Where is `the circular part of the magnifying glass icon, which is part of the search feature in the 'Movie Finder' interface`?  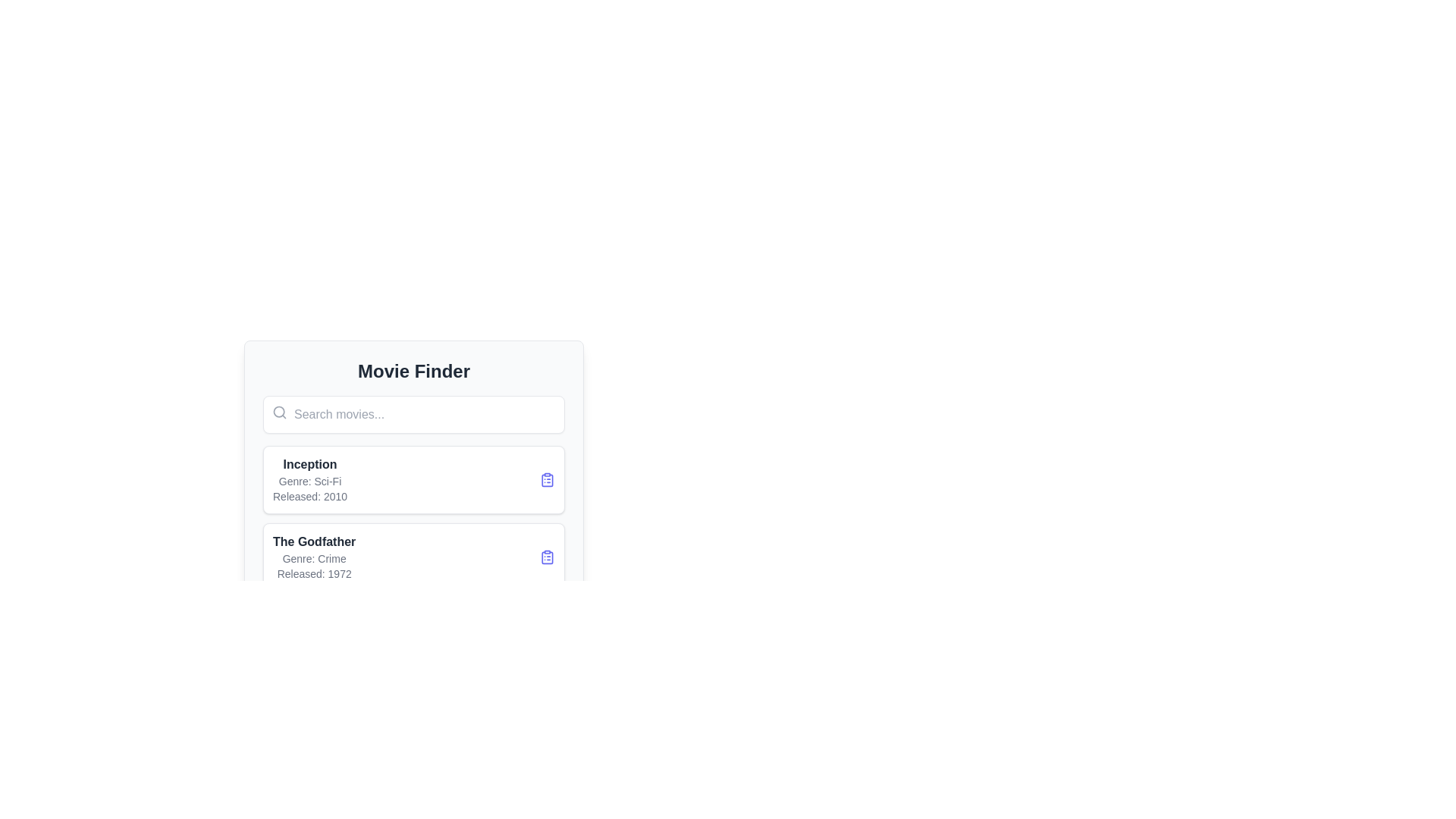
the circular part of the magnifying glass icon, which is part of the search feature in the 'Movie Finder' interface is located at coordinates (279, 412).